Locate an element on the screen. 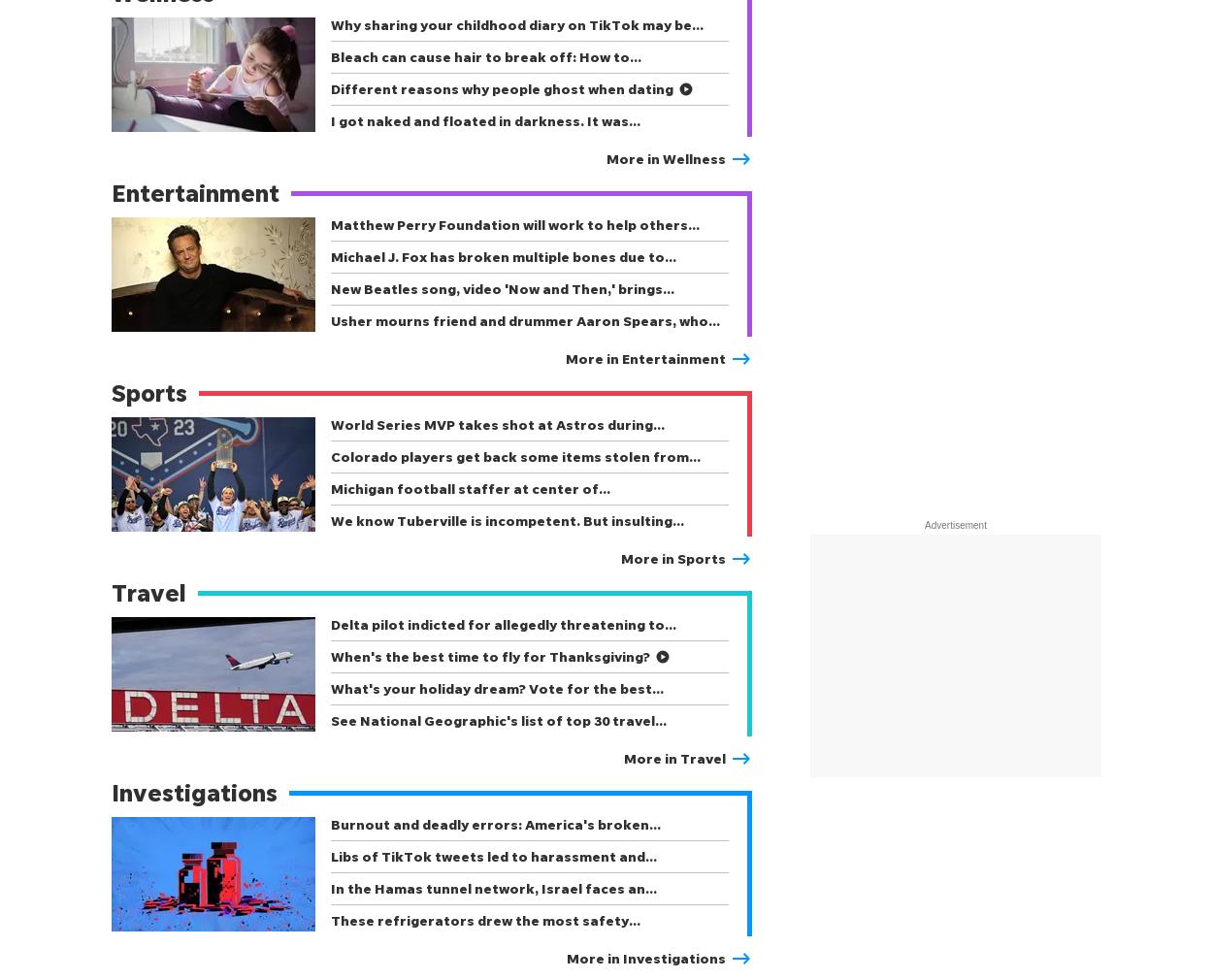  'Burnout and deadly errors: America's broken…' is located at coordinates (496, 824).